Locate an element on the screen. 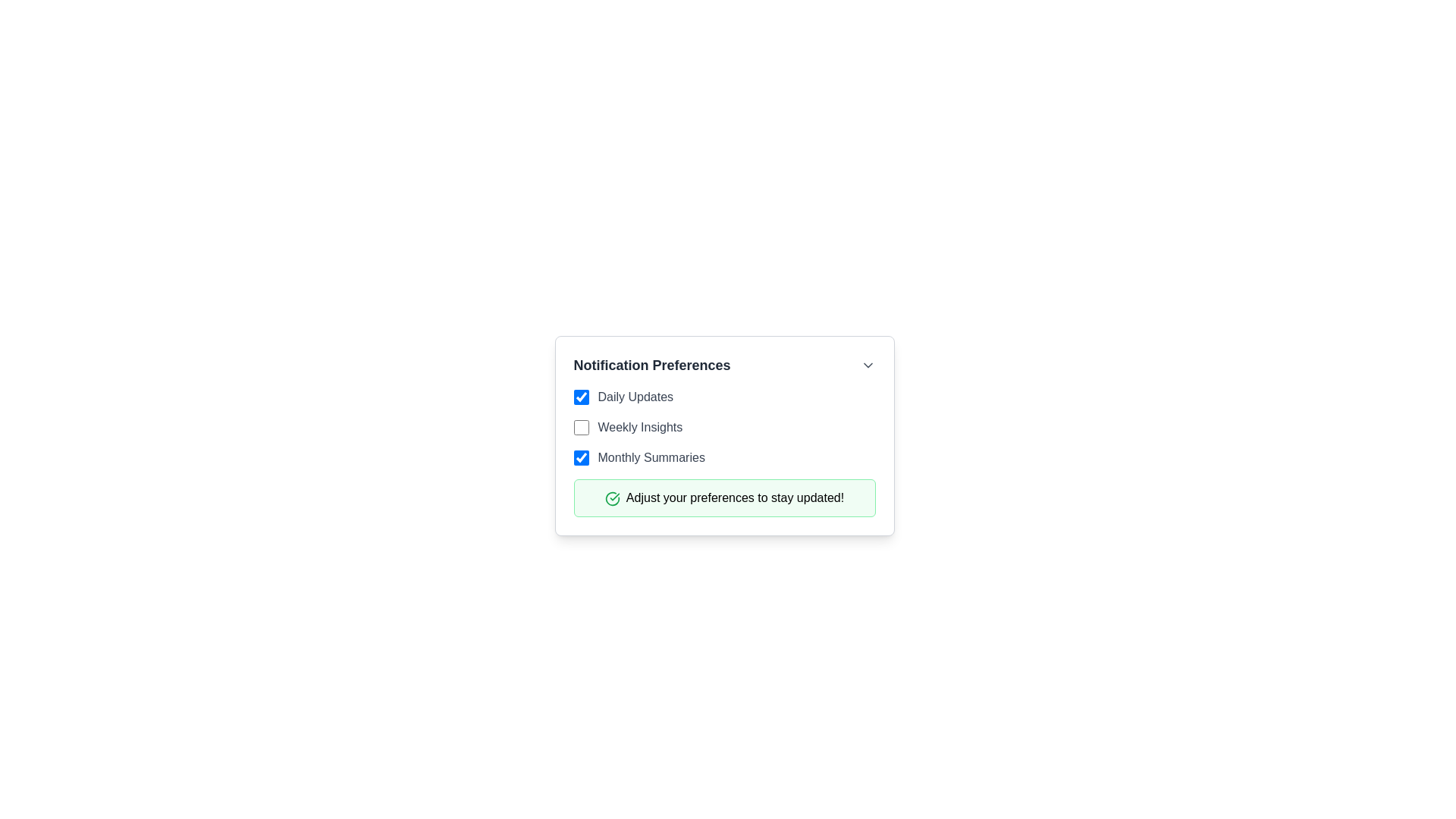  the selected checkbox marked with blue indicating a selected state, located next to 'Monthly Summaries' in the Notification Preferences section is located at coordinates (580, 457).